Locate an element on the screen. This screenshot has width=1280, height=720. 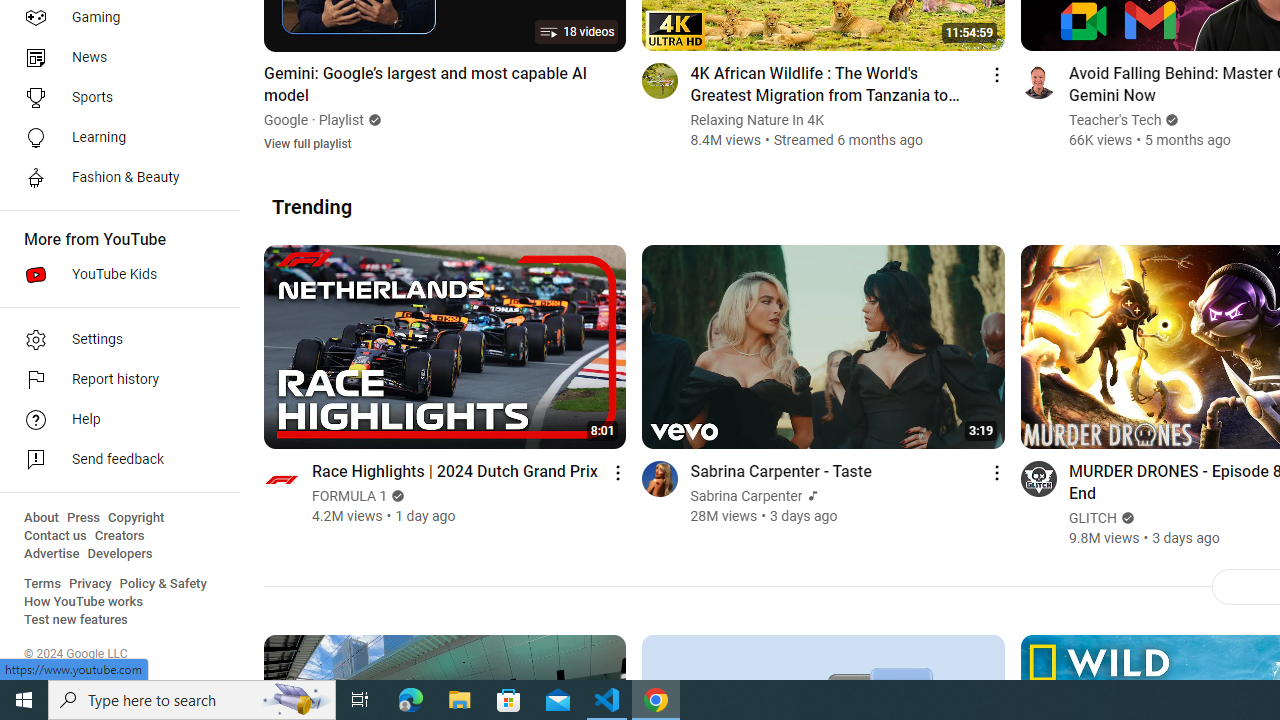
'Contact us' is located at coordinates (55, 535).